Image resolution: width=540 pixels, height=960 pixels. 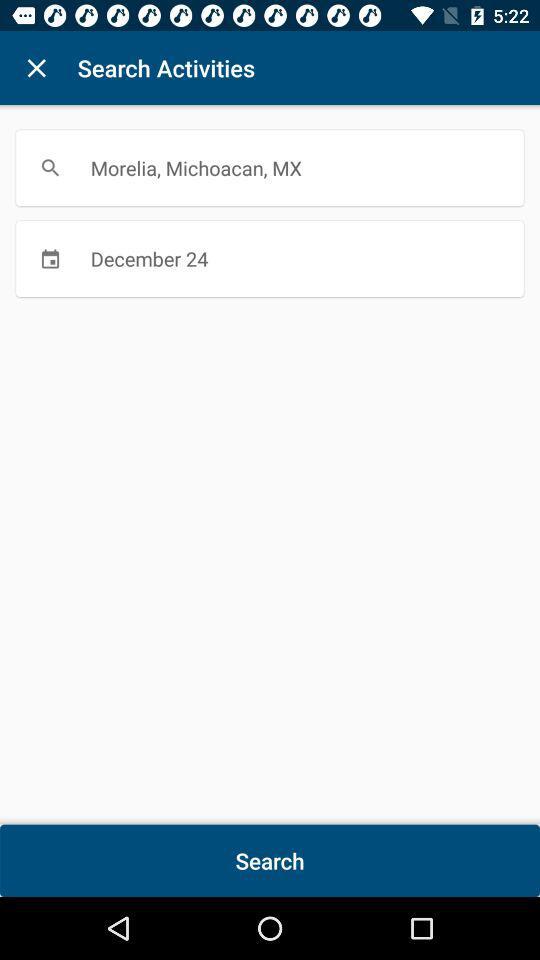 What do you see at coordinates (270, 167) in the screenshot?
I see `morelia, michoacan, mx` at bounding box center [270, 167].